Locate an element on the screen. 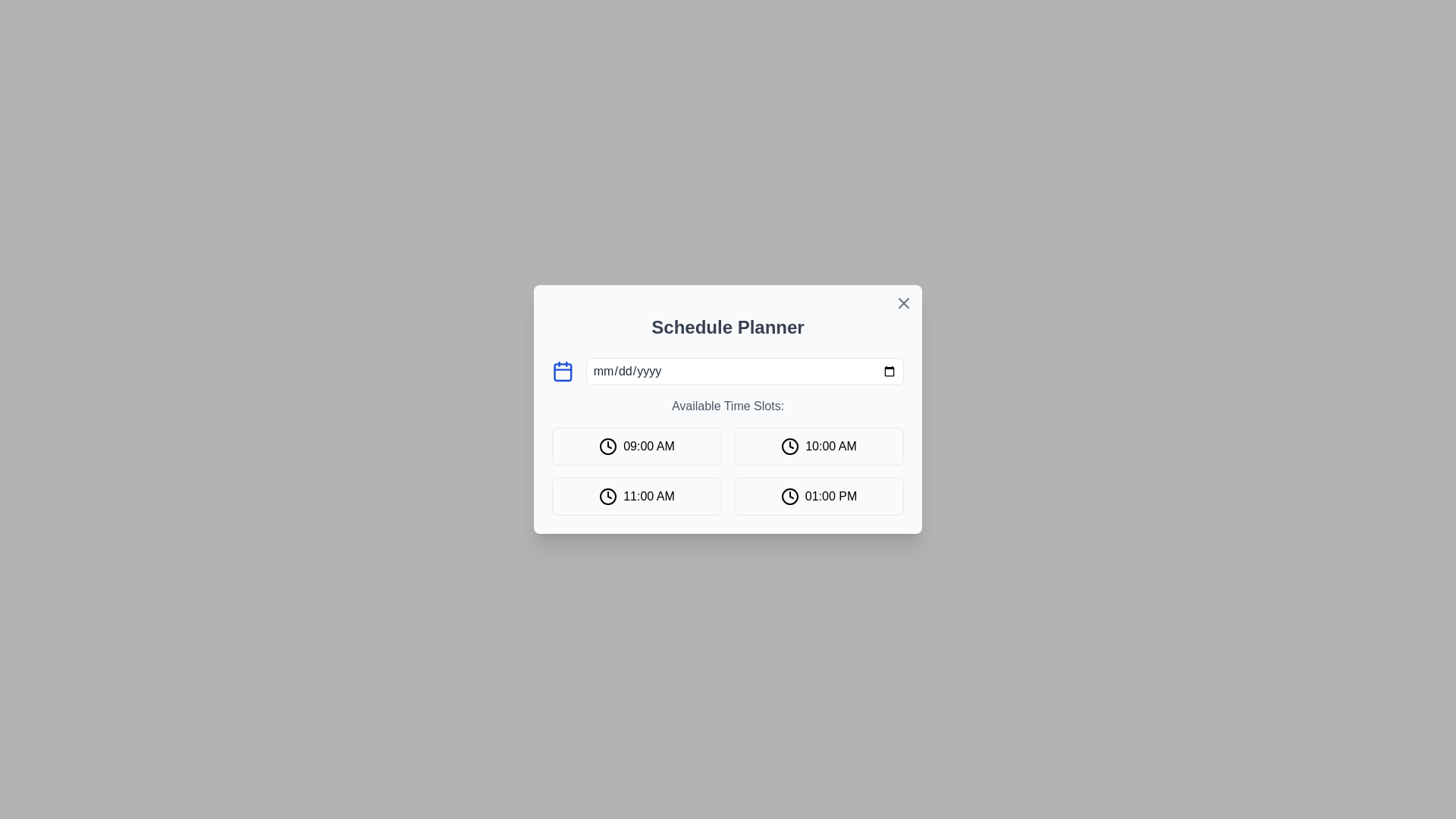 The image size is (1456, 819). the time icon that is located to the left of the '10:00 AM' text label, which emphasizes the time aspect is located at coordinates (789, 446).